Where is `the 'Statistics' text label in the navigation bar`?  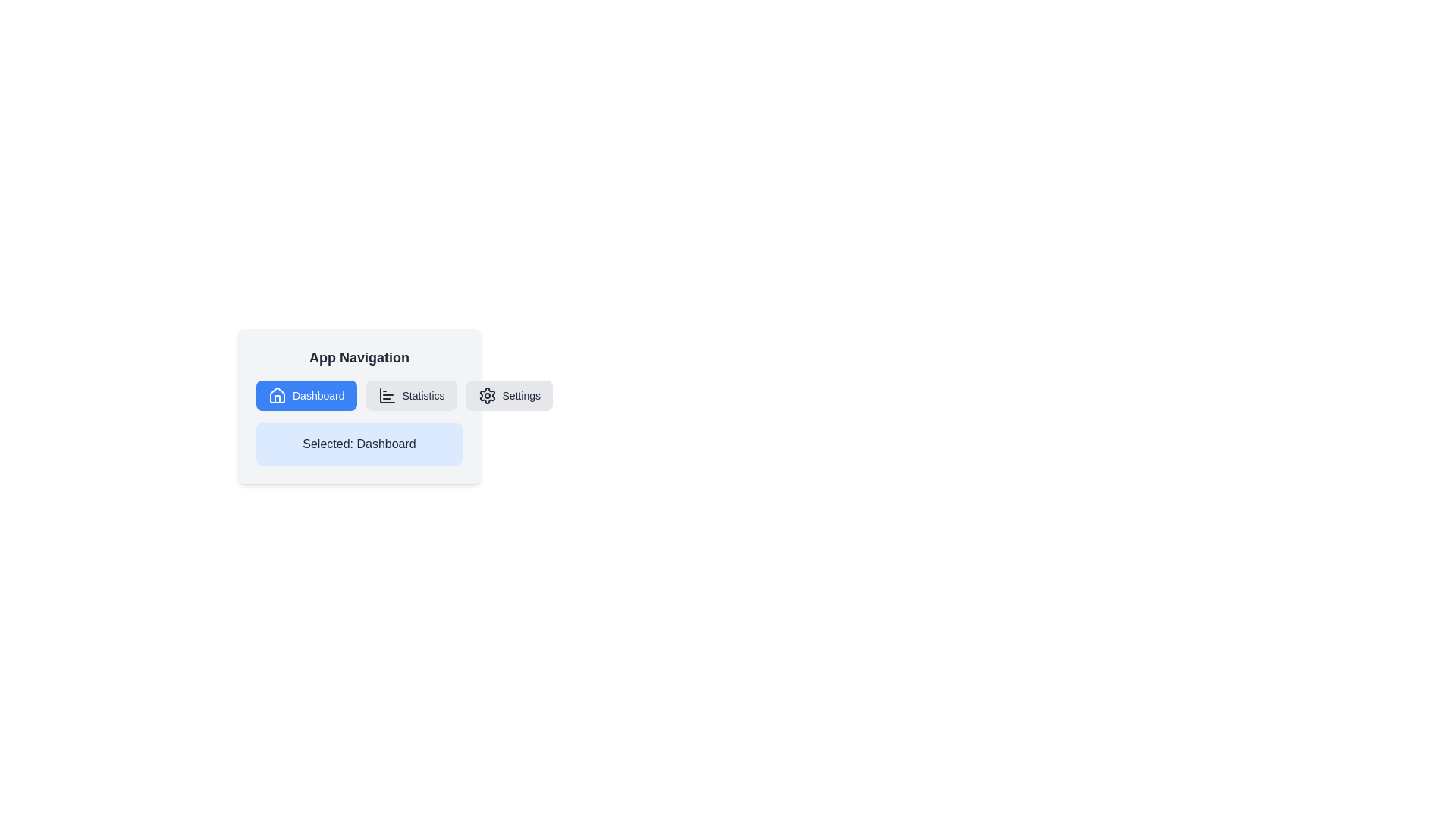 the 'Statistics' text label in the navigation bar is located at coordinates (423, 394).